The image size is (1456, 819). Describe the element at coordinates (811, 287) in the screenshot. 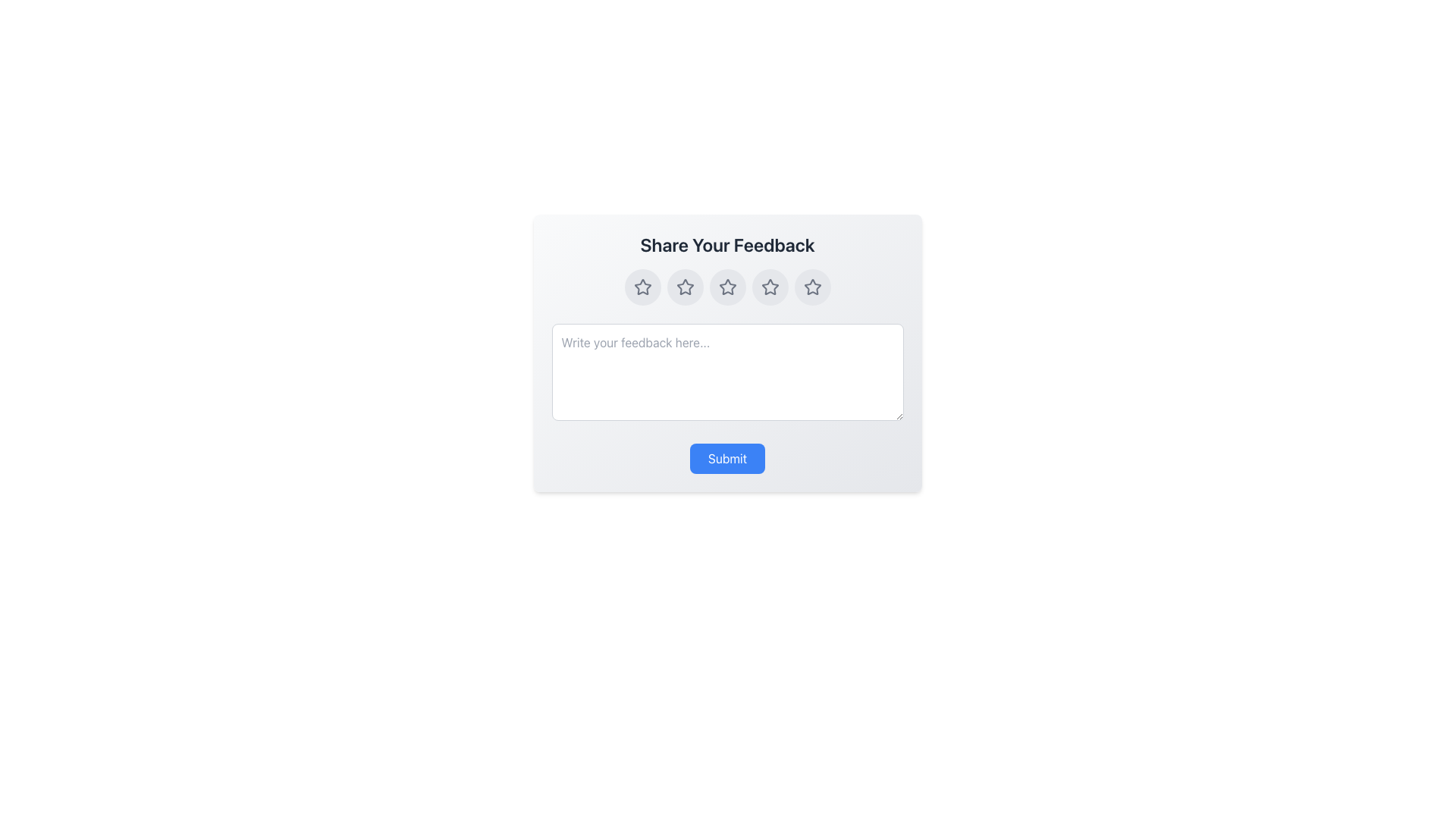

I see `the fifth star button in the rating scale` at that location.